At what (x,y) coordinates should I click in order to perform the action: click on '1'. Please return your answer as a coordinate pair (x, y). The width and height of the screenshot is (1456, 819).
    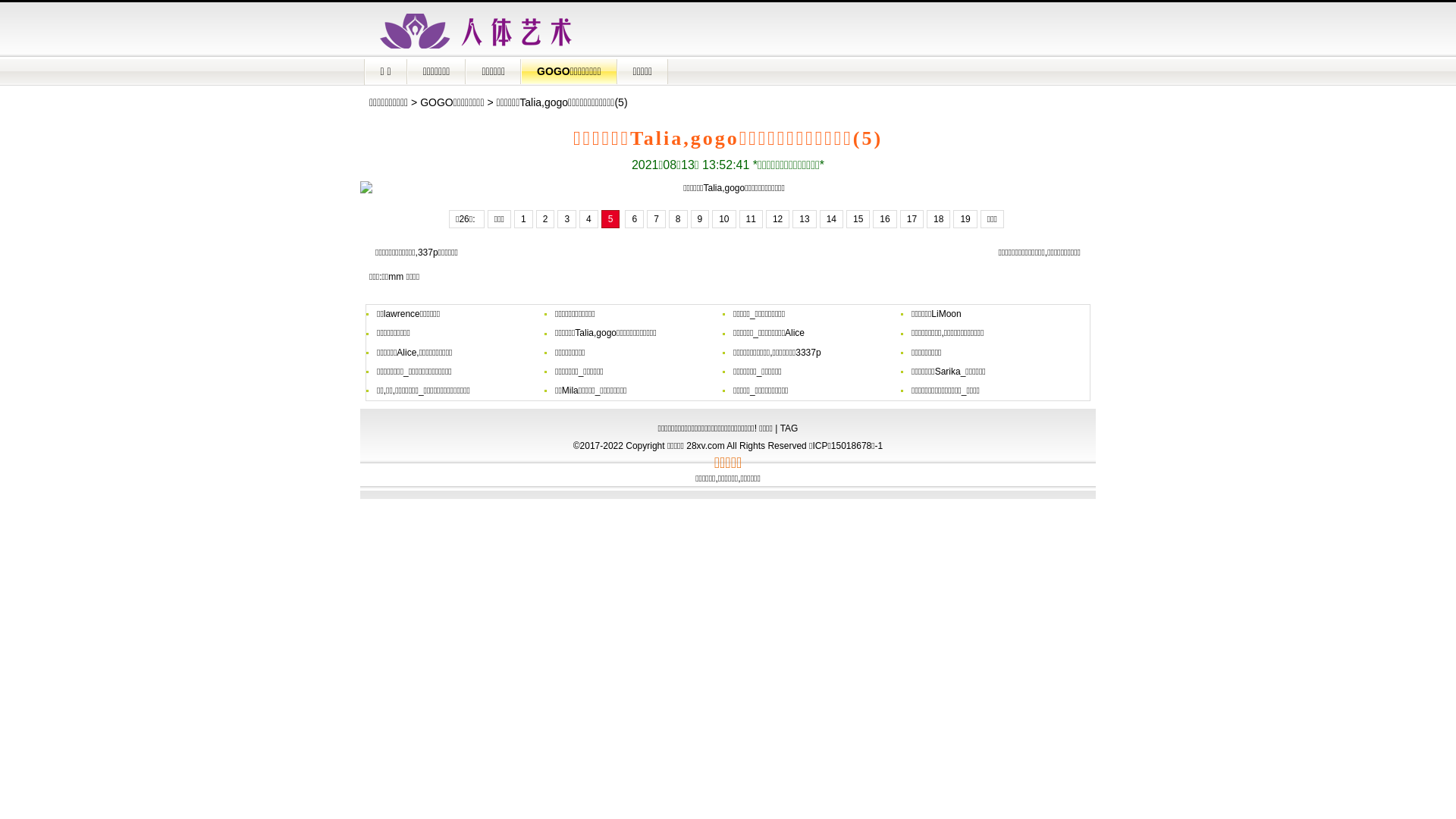
    Looking at the image, I should click on (523, 219).